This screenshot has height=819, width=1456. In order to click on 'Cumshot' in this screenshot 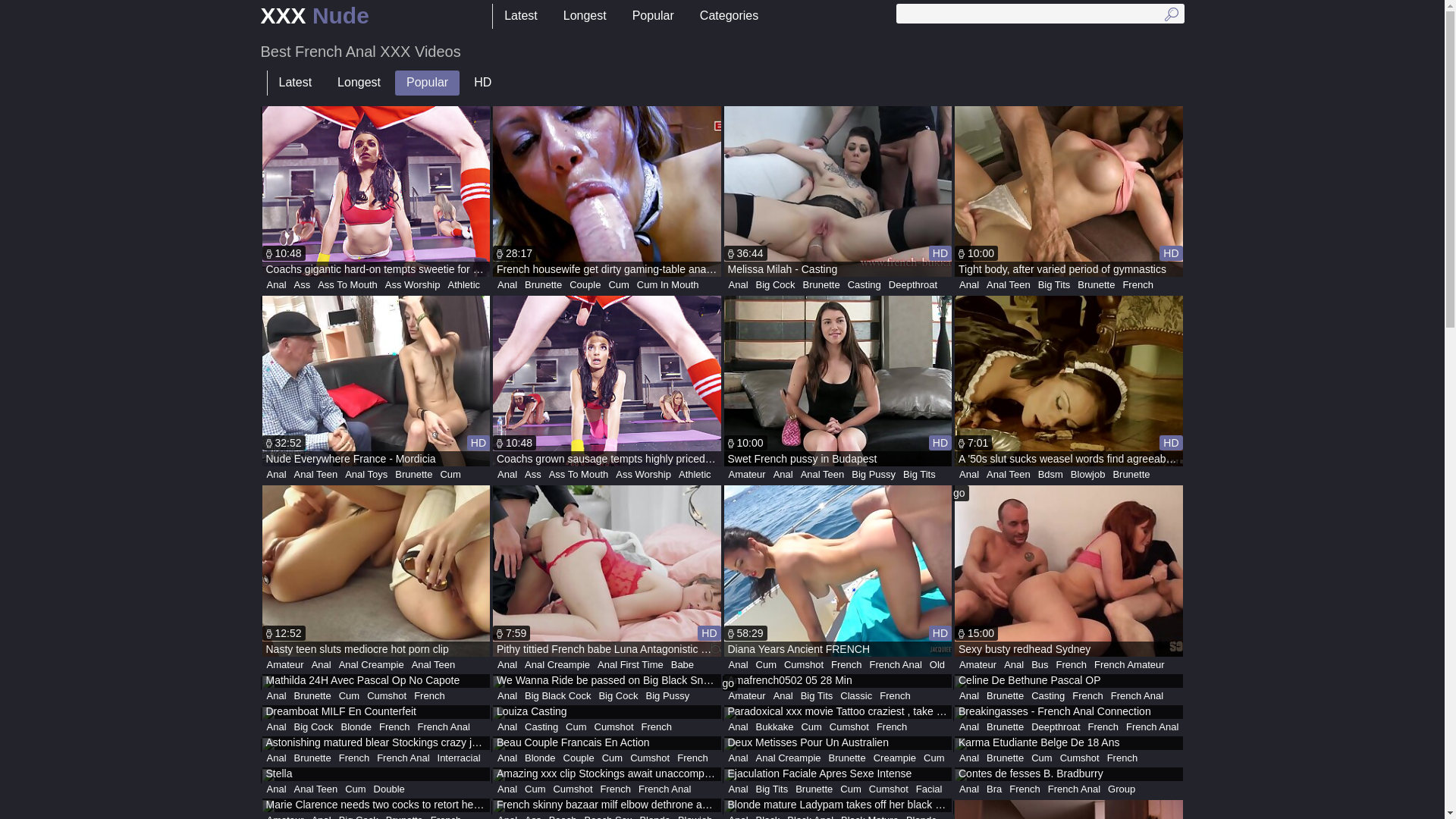, I will do `click(614, 726)`.